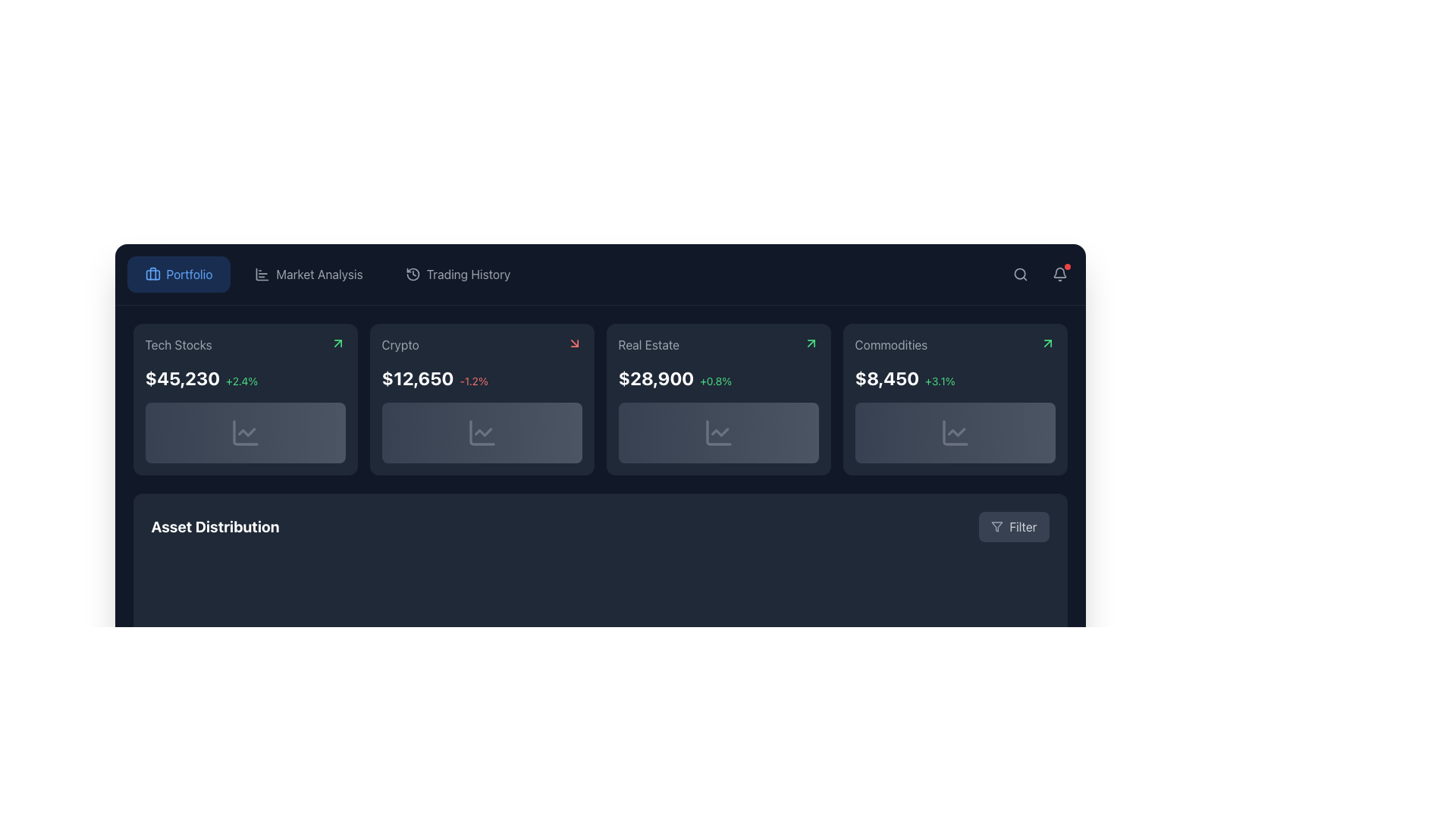 The width and height of the screenshot is (1456, 819). Describe the element at coordinates (656, 377) in the screenshot. I see `the static text label displaying the value of $28,900 in the 'Real Estate' panel` at that location.